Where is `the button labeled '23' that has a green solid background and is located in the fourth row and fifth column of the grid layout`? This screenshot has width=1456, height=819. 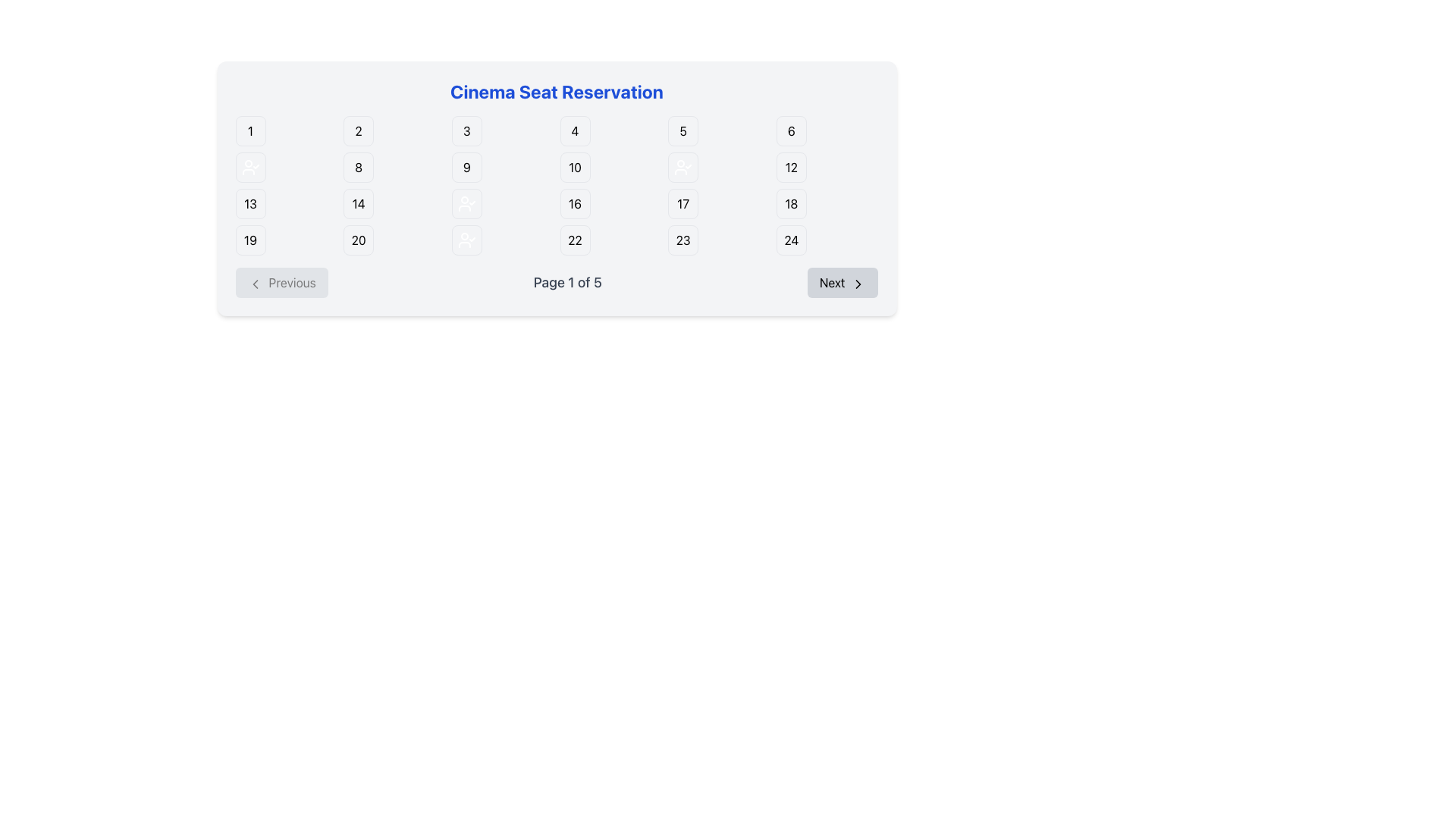 the button labeled '23' that has a green solid background and is located in the fourth row and fifth column of the grid layout is located at coordinates (682, 239).